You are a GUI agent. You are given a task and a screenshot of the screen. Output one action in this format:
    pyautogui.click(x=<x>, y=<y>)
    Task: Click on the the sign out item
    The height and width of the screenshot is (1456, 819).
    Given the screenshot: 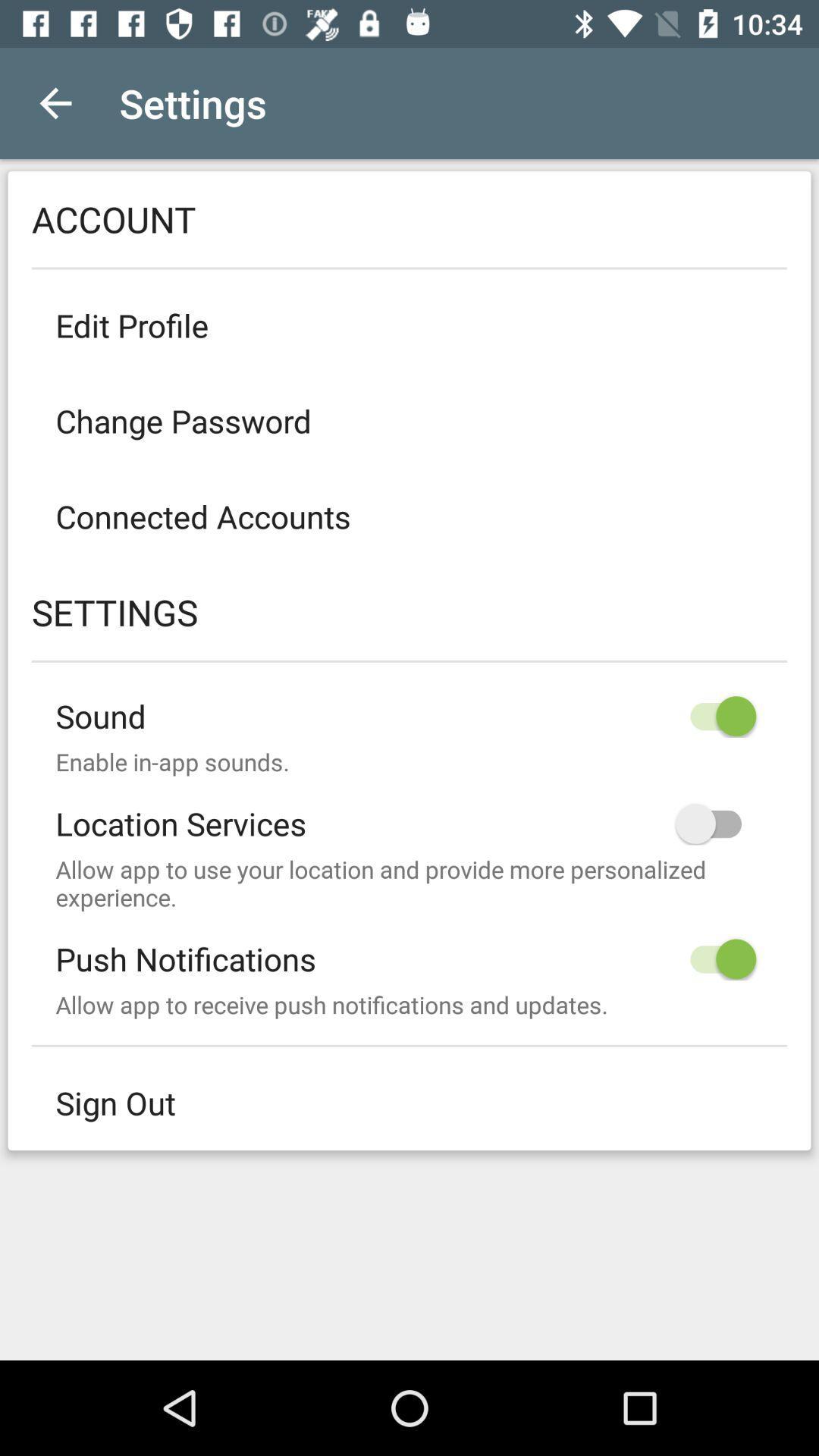 What is the action you would take?
    pyautogui.click(x=409, y=1103)
    